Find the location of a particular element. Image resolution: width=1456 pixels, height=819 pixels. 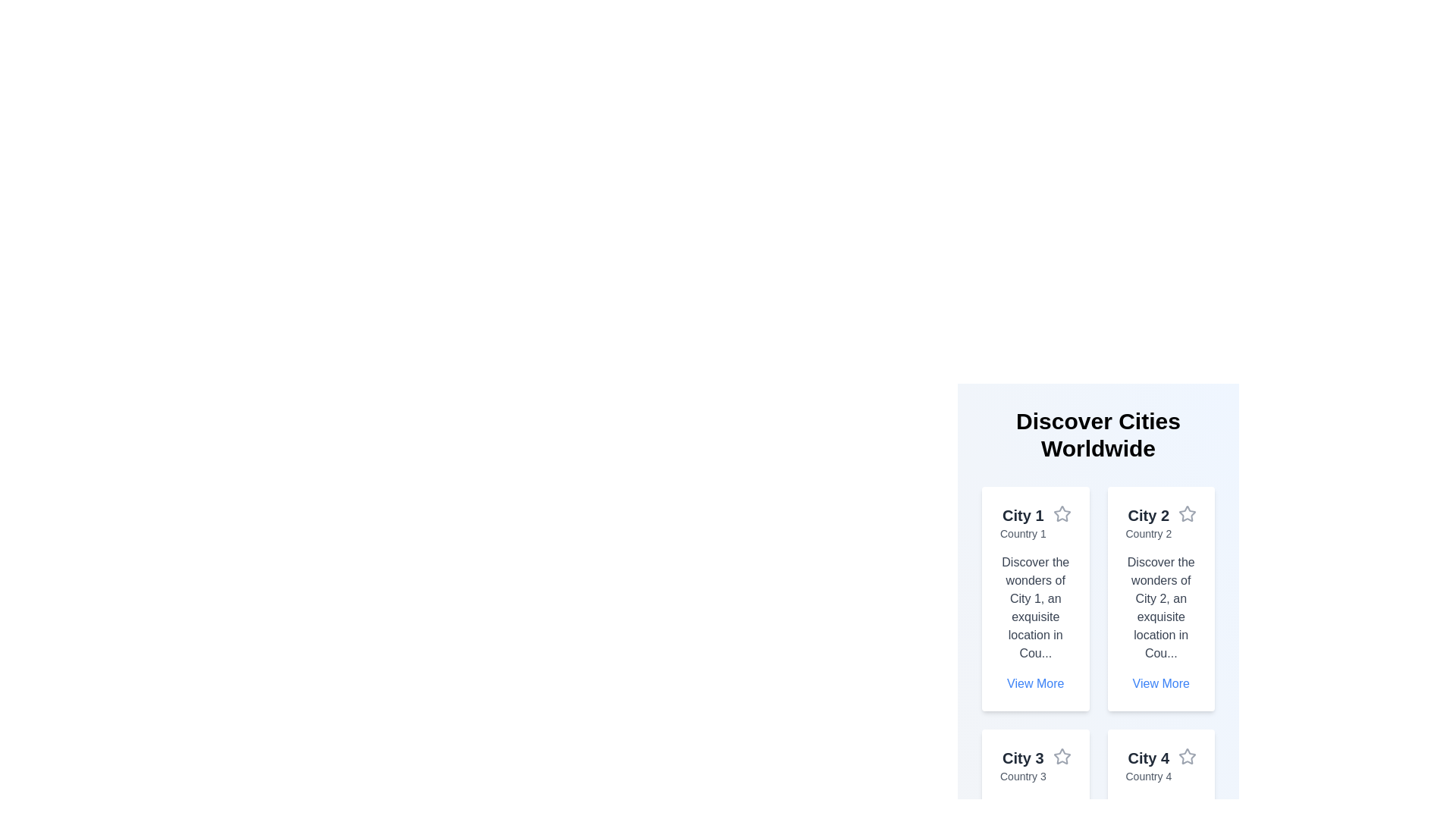

the rating or favorite indicator icon located at the top-right corner of the 'City 2' card in the 'Discover Cities Worldwide' grid layout is located at coordinates (1185, 513).